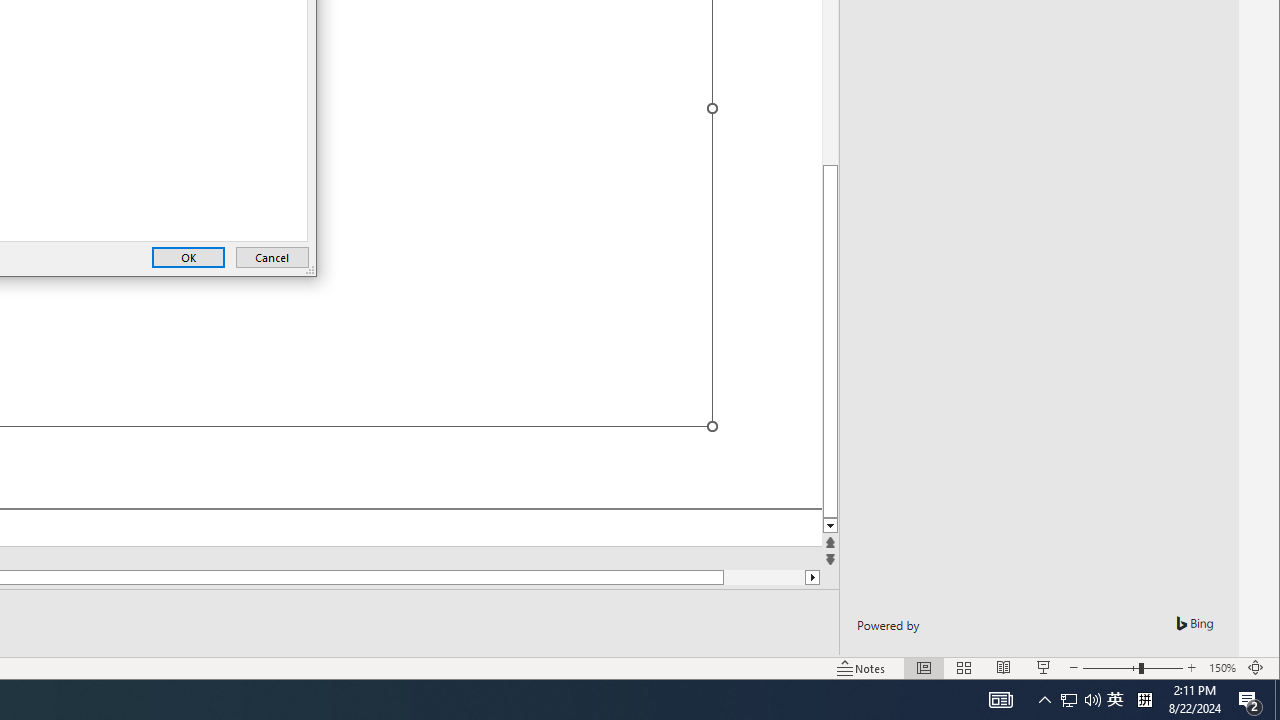 This screenshot has width=1280, height=720. What do you see at coordinates (1092, 698) in the screenshot?
I see `'Q2790: 100%'` at bounding box center [1092, 698].